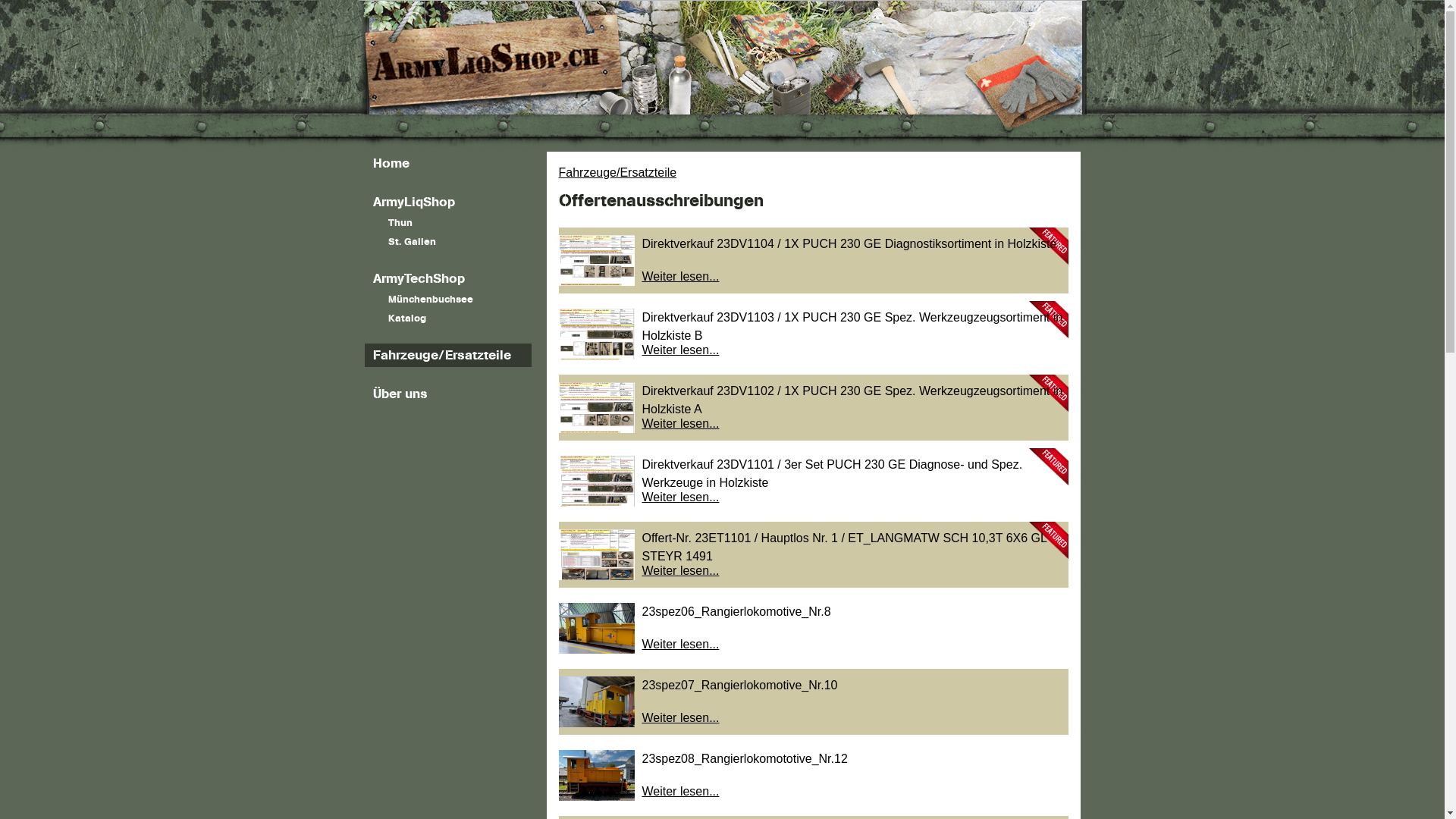  What do you see at coordinates (557, 171) in the screenshot?
I see `'Fahrzeuge/Ersatzteile'` at bounding box center [557, 171].